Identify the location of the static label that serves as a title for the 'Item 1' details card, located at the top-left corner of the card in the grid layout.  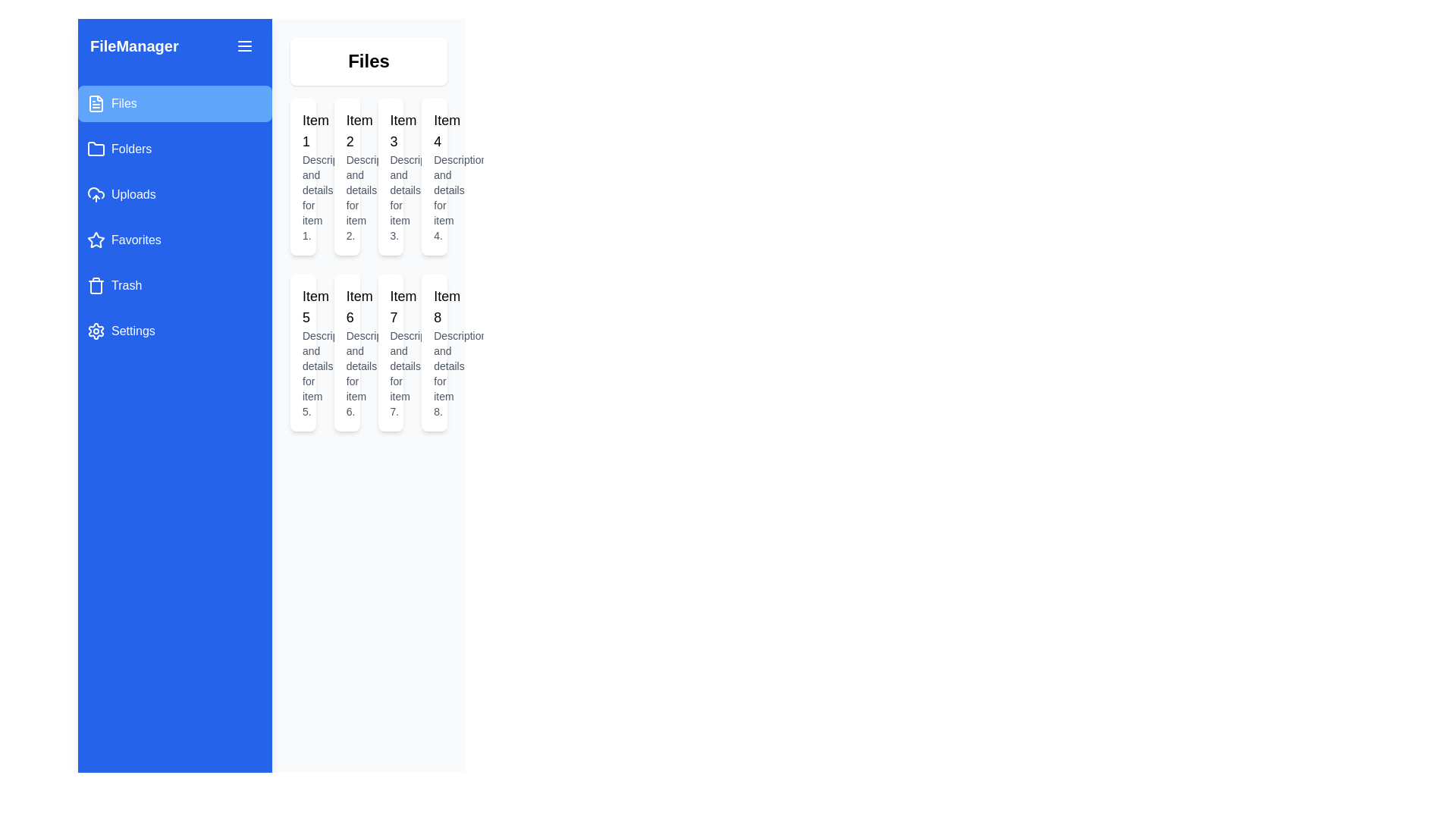
(303, 130).